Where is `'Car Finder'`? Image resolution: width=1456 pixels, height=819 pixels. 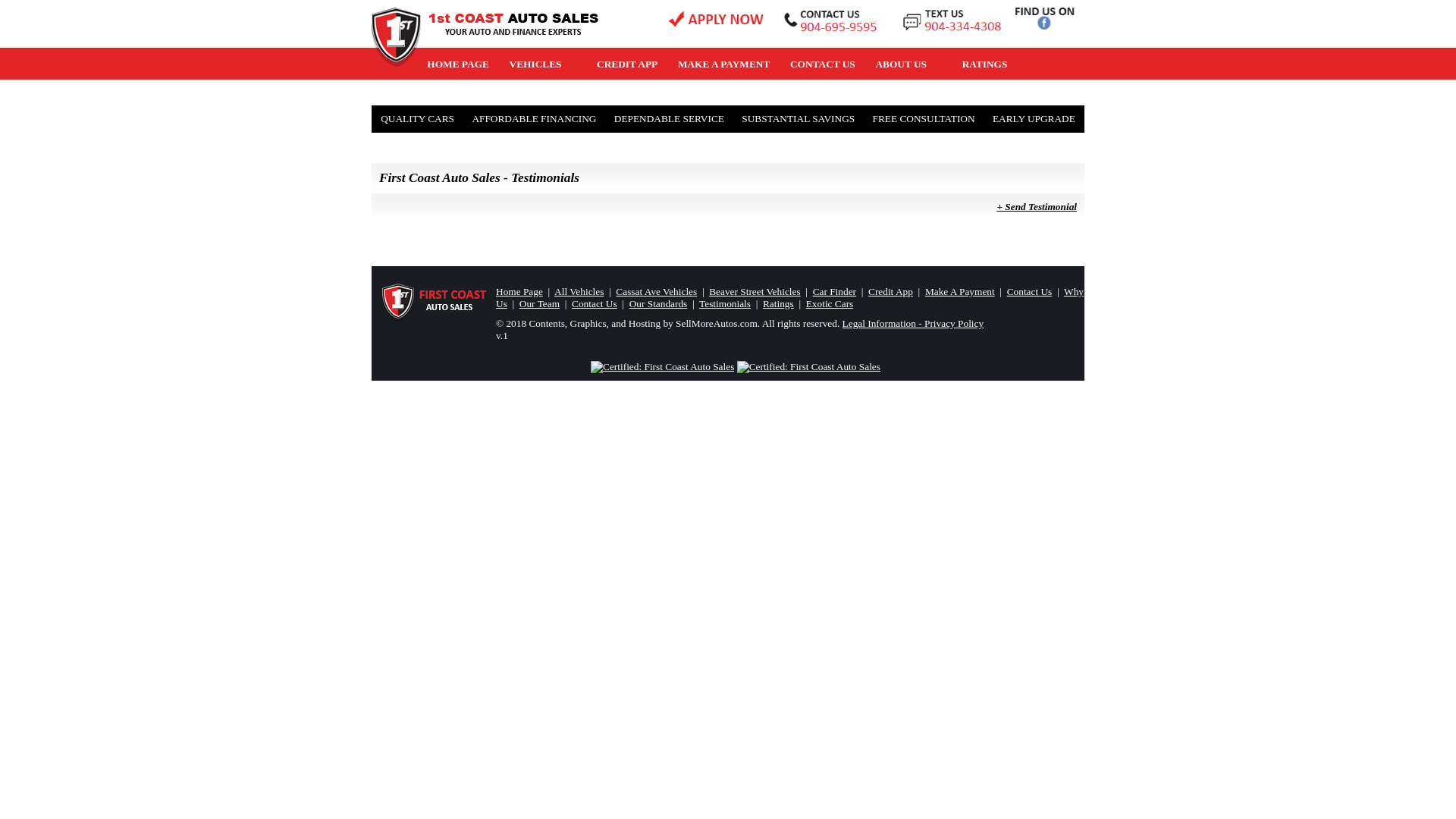 'Car Finder' is located at coordinates (811, 291).